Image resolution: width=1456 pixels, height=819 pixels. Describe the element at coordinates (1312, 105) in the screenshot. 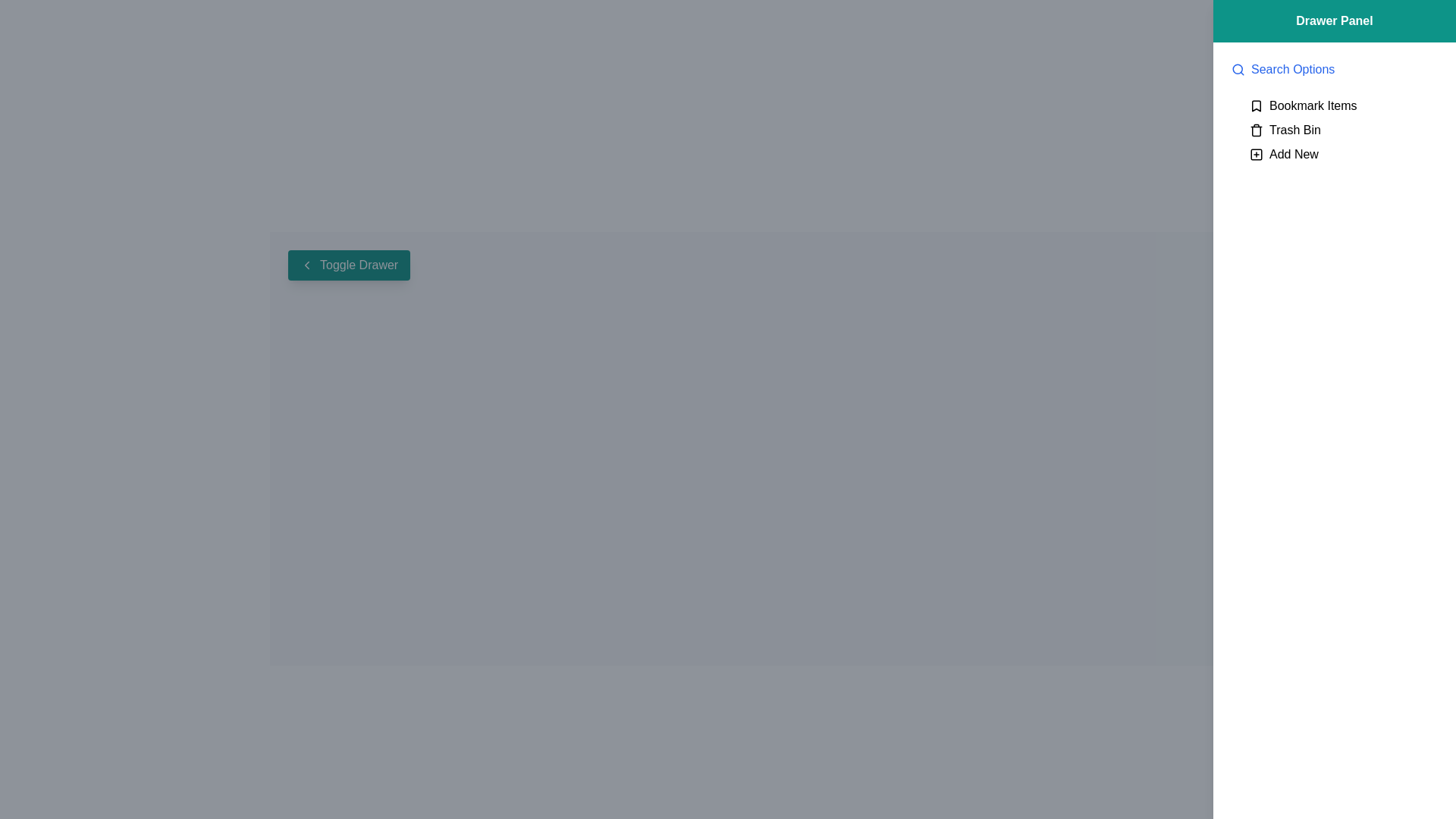

I see `the Text Label indicating bookmarked items located in the top-right drawer panel, which is the first item in the vertical list of options` at that location.